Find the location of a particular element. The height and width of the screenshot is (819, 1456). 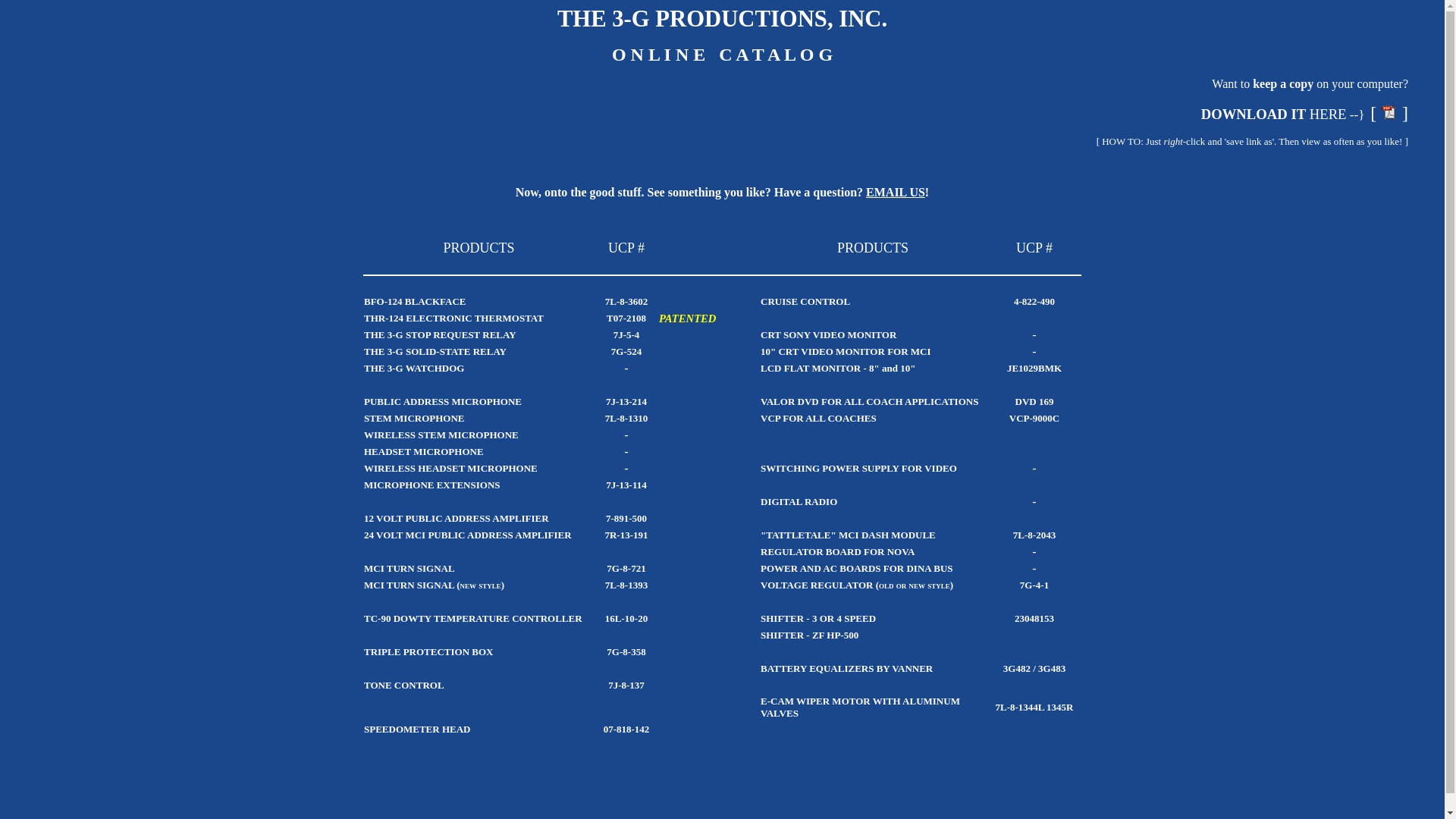

'TC-90 DOWTY TEMPERATURE CONTROLLER' is located at coordinates (472, 618).